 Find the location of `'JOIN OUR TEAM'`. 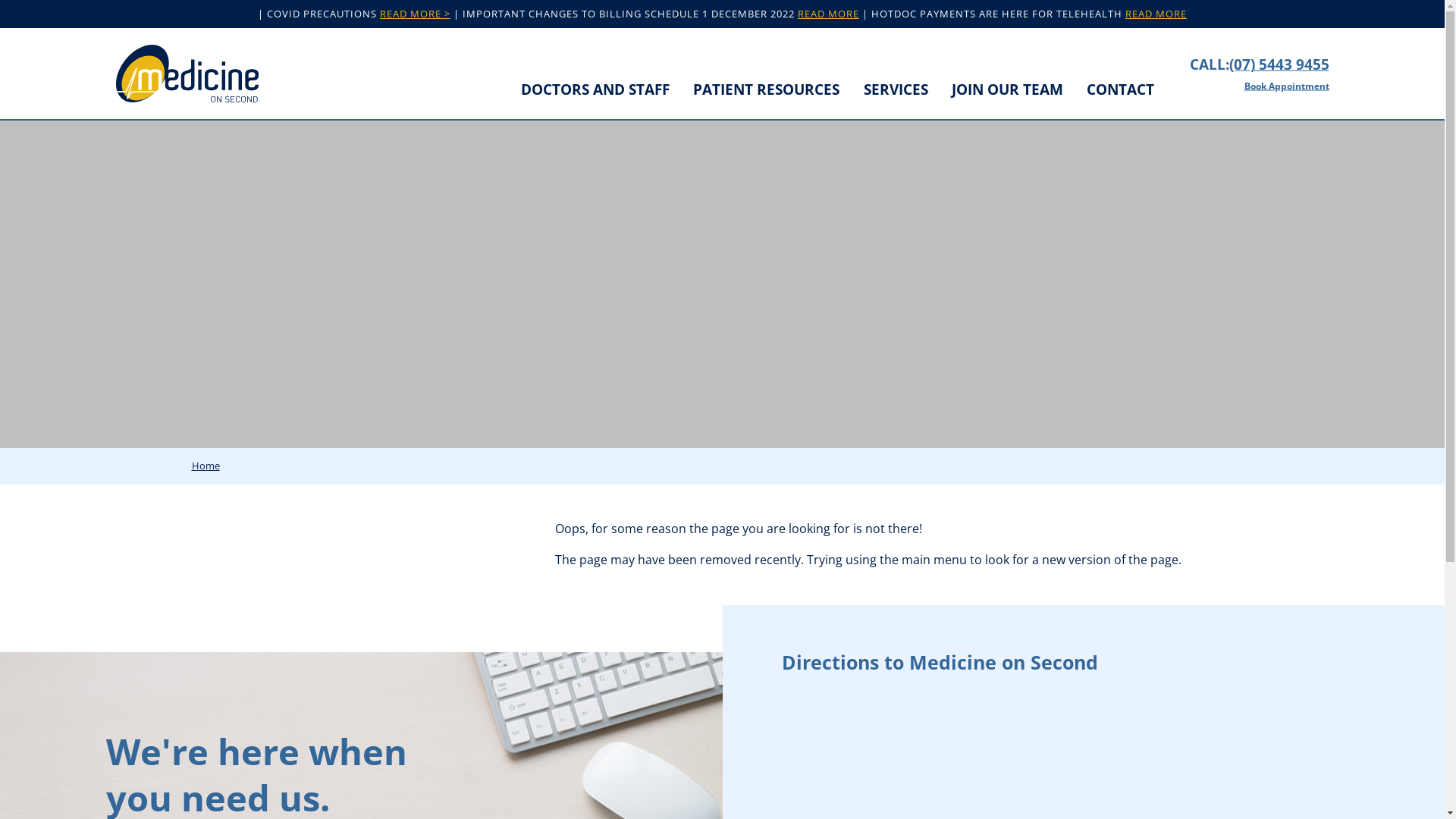

'JOIN OUR TEAM' is located at coordinates (1007, 90).